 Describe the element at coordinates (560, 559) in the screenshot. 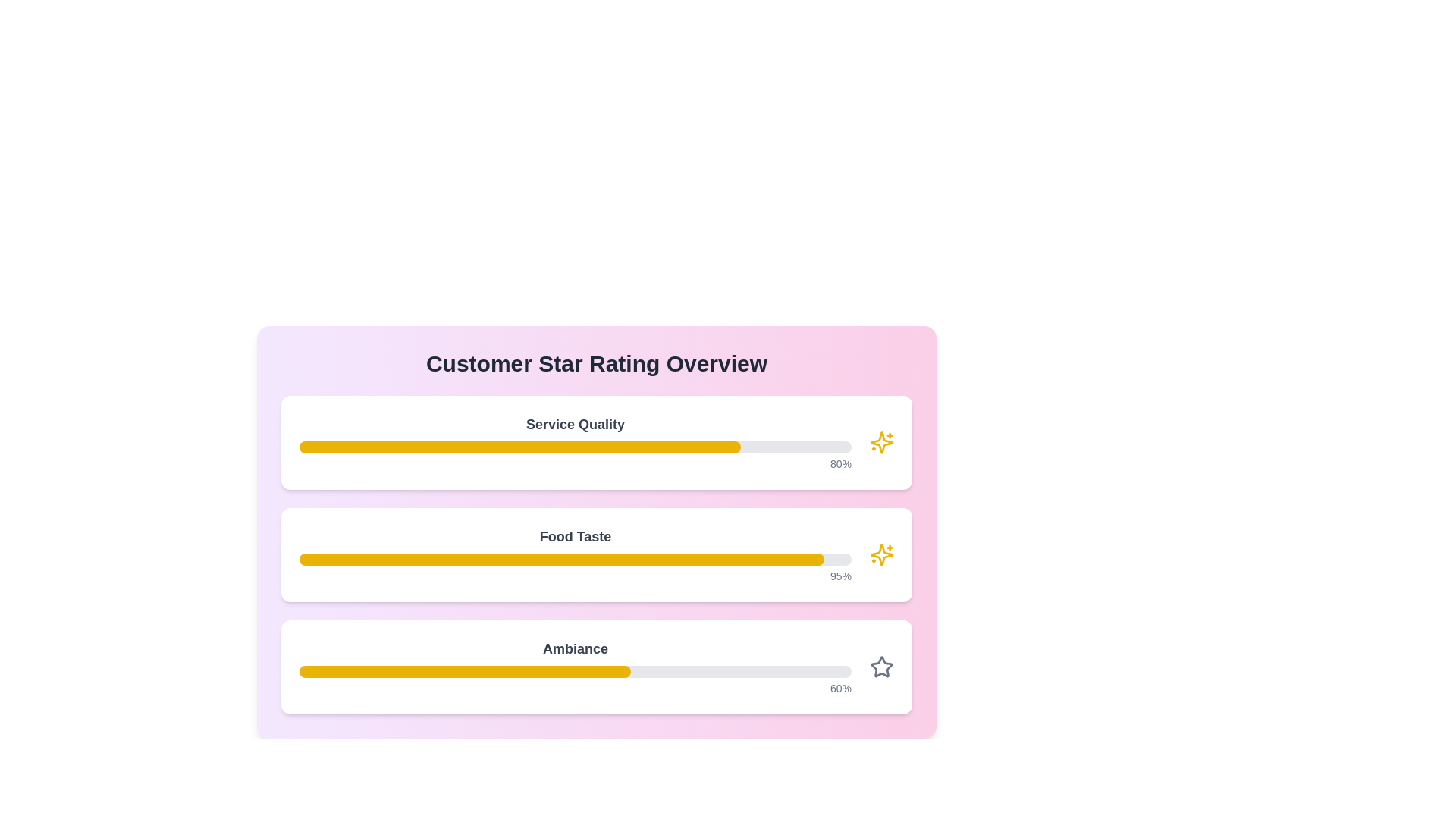

I see `the filled segment of the progress bar representing 95% completion for 'Food Taste'` at that location.